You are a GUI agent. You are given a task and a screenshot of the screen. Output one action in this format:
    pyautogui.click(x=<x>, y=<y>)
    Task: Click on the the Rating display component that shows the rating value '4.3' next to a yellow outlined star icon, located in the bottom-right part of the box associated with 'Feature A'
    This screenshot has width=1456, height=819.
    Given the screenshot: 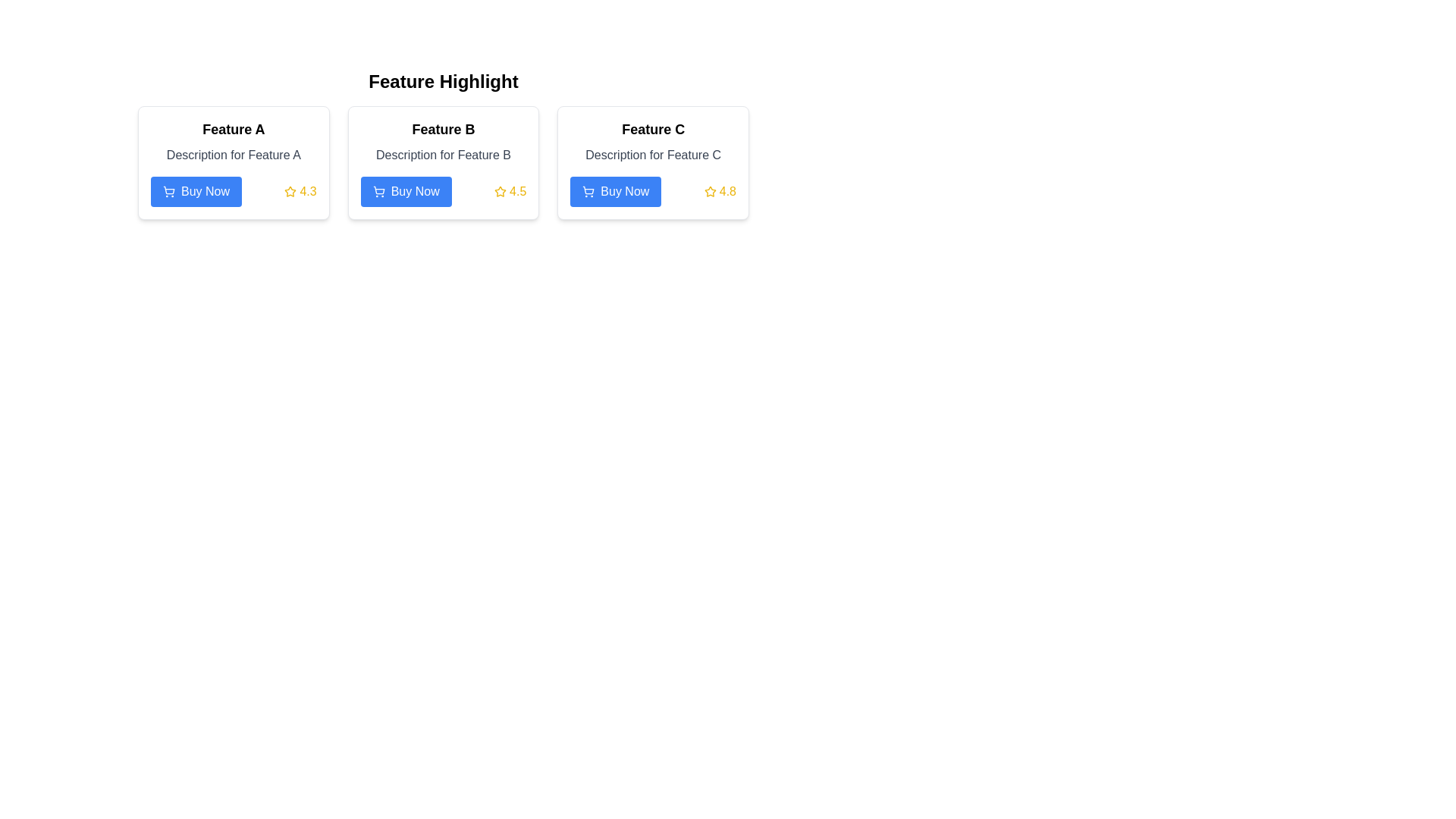 What is the action you would take?
    pyautogui.click(x=300, y=191)
    